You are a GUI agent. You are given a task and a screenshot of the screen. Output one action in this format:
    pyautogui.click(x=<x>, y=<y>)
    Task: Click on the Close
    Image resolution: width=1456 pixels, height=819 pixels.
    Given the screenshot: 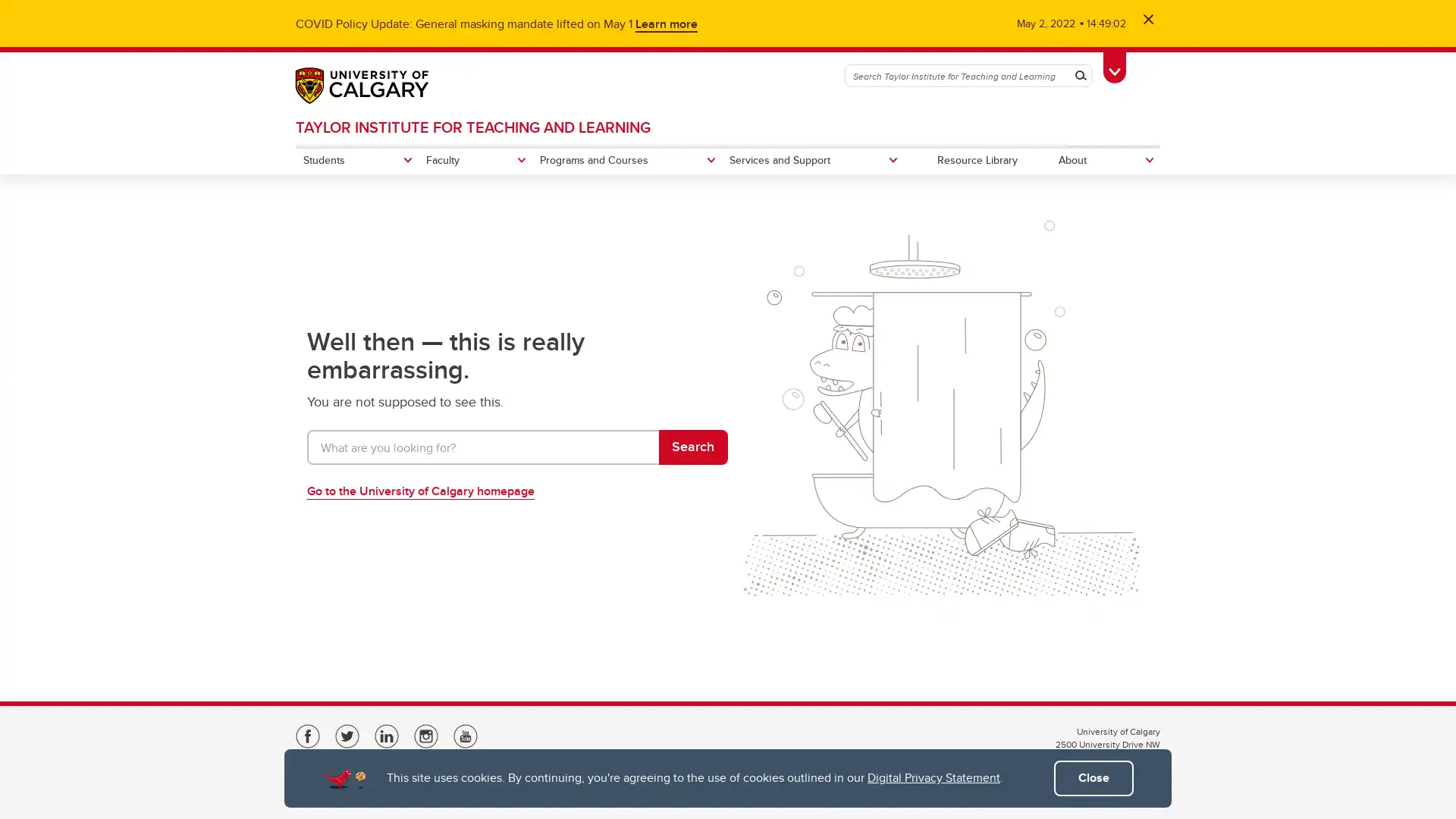 What is the action you would take?
    pyautogui.click(x=1094, y=778)
    